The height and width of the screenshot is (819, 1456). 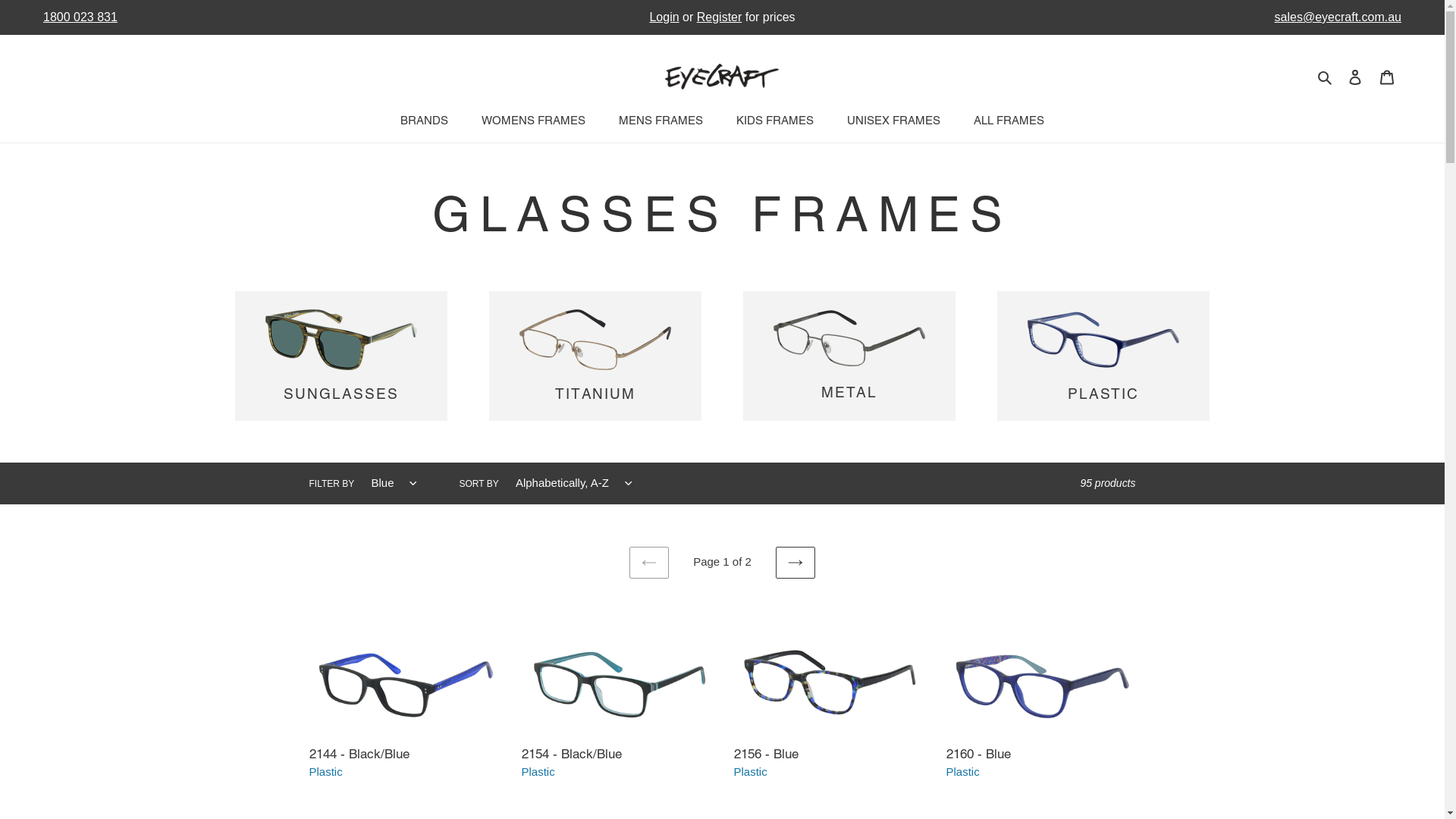 I want to click on 'ALL FRAMES', so click(x=1009, y=121).